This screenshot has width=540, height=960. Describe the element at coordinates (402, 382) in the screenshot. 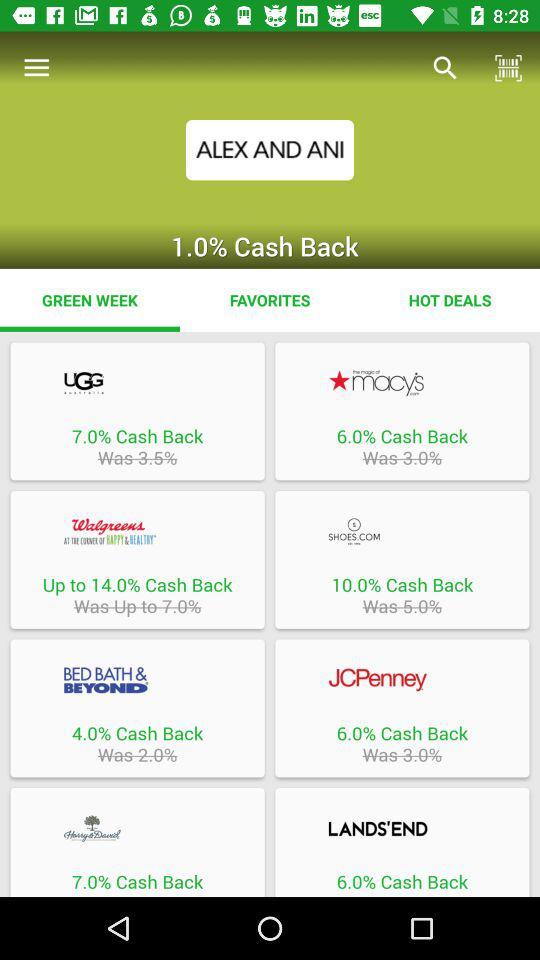

I see `redirect` at that location.